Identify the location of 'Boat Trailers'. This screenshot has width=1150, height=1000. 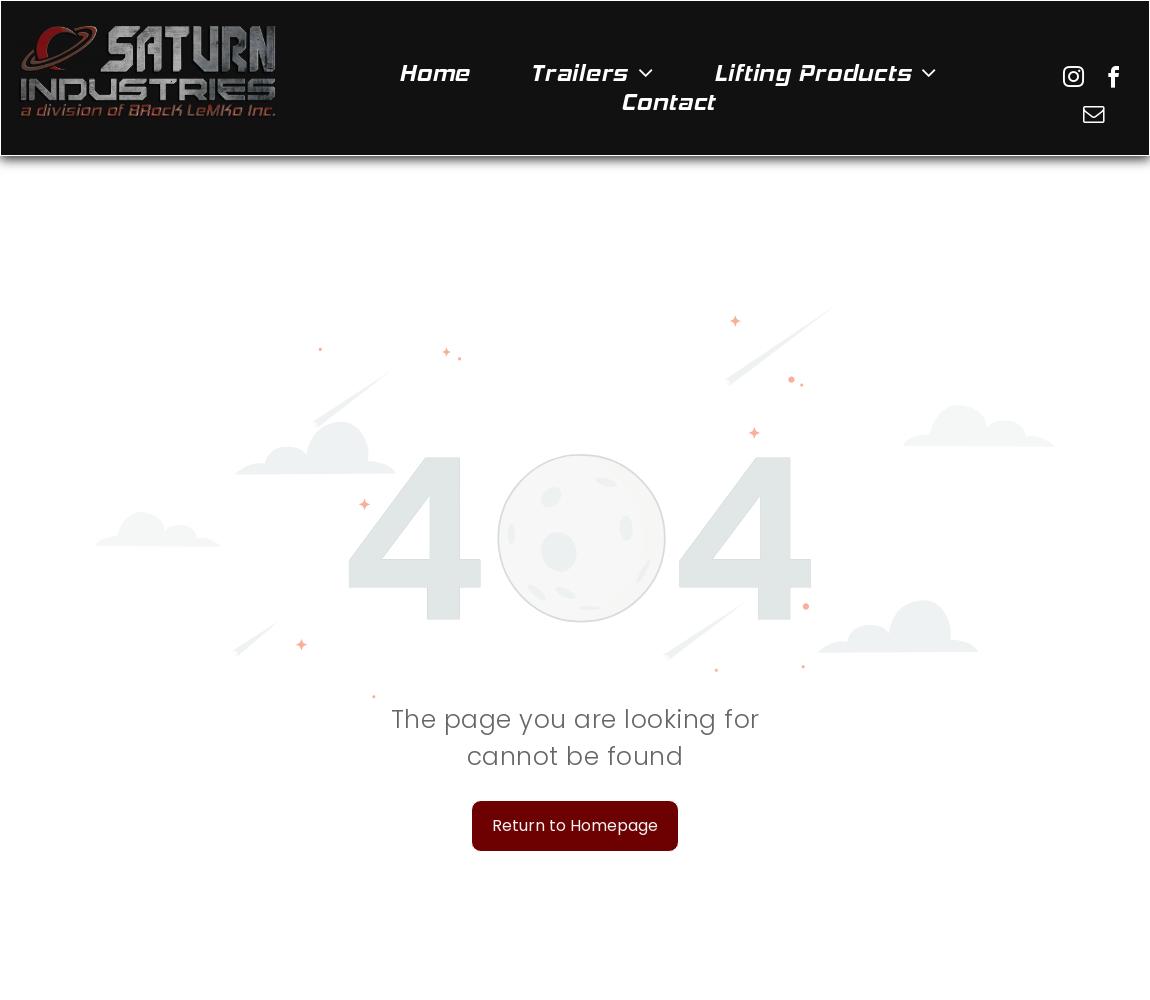
(544, 164).